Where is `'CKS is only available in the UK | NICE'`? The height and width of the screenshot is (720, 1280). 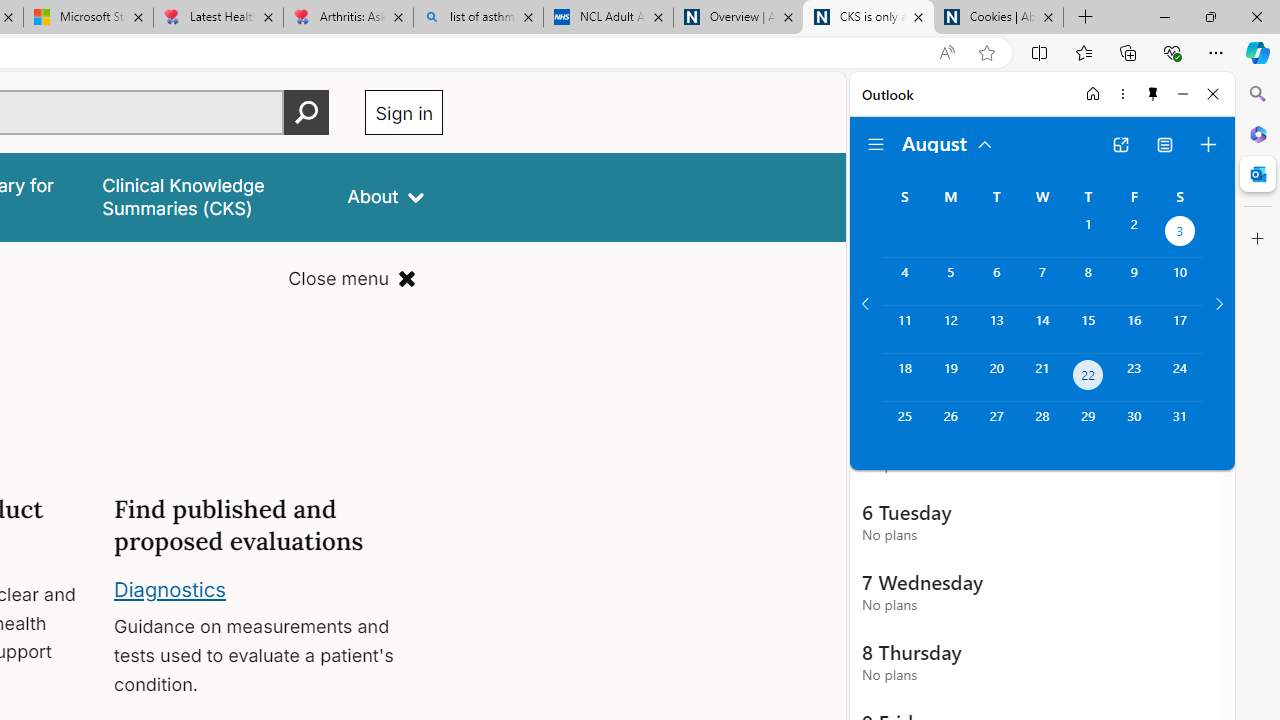
'CKS is only available in the UK | NICE' is located at coordinates (868, 17).